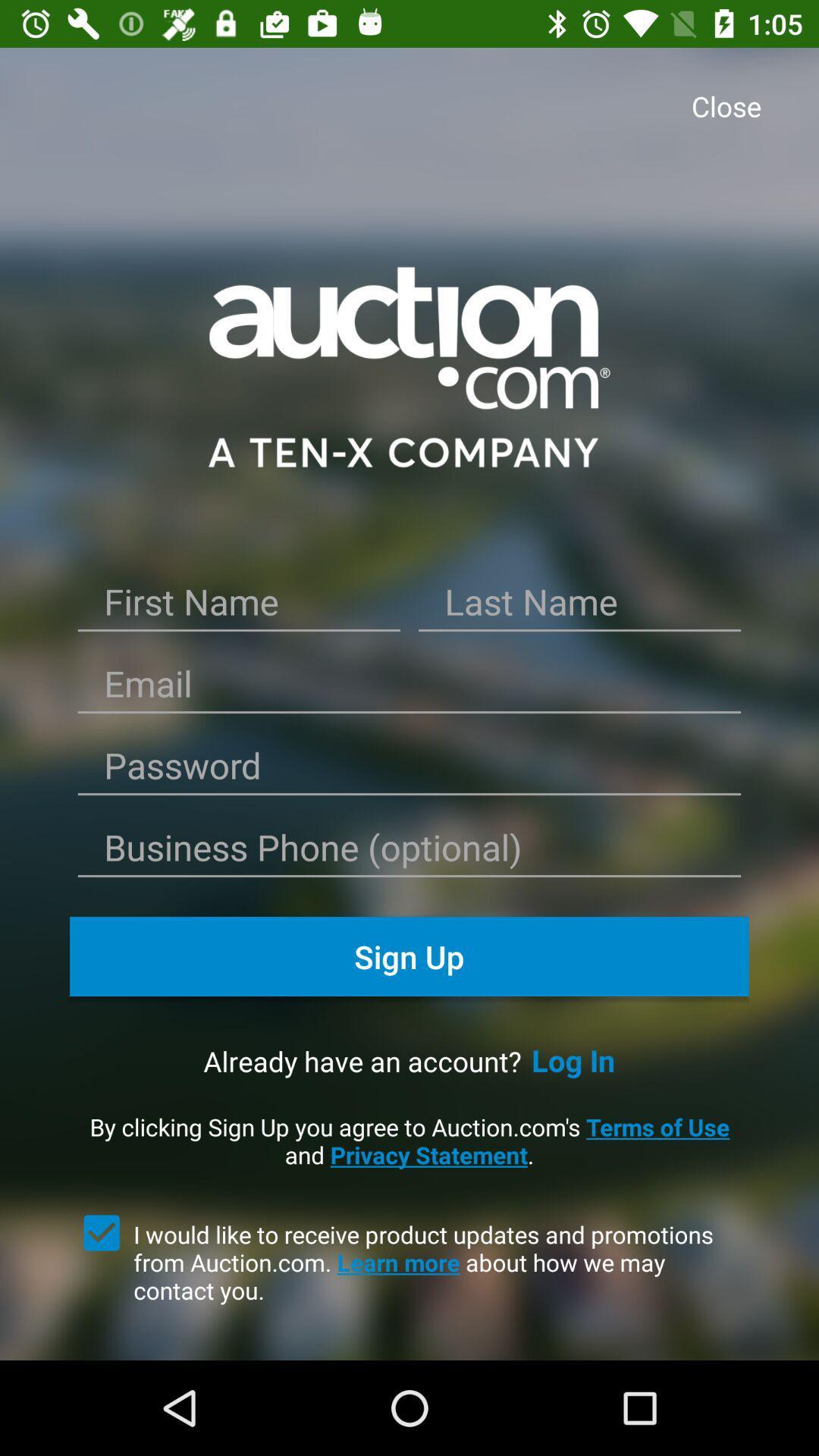 Image resolution: width=819 pixels, height=1456 pixels. Describe the element at coordinates (239, 607) in the screenshot. I see `first name colomn` at that location.